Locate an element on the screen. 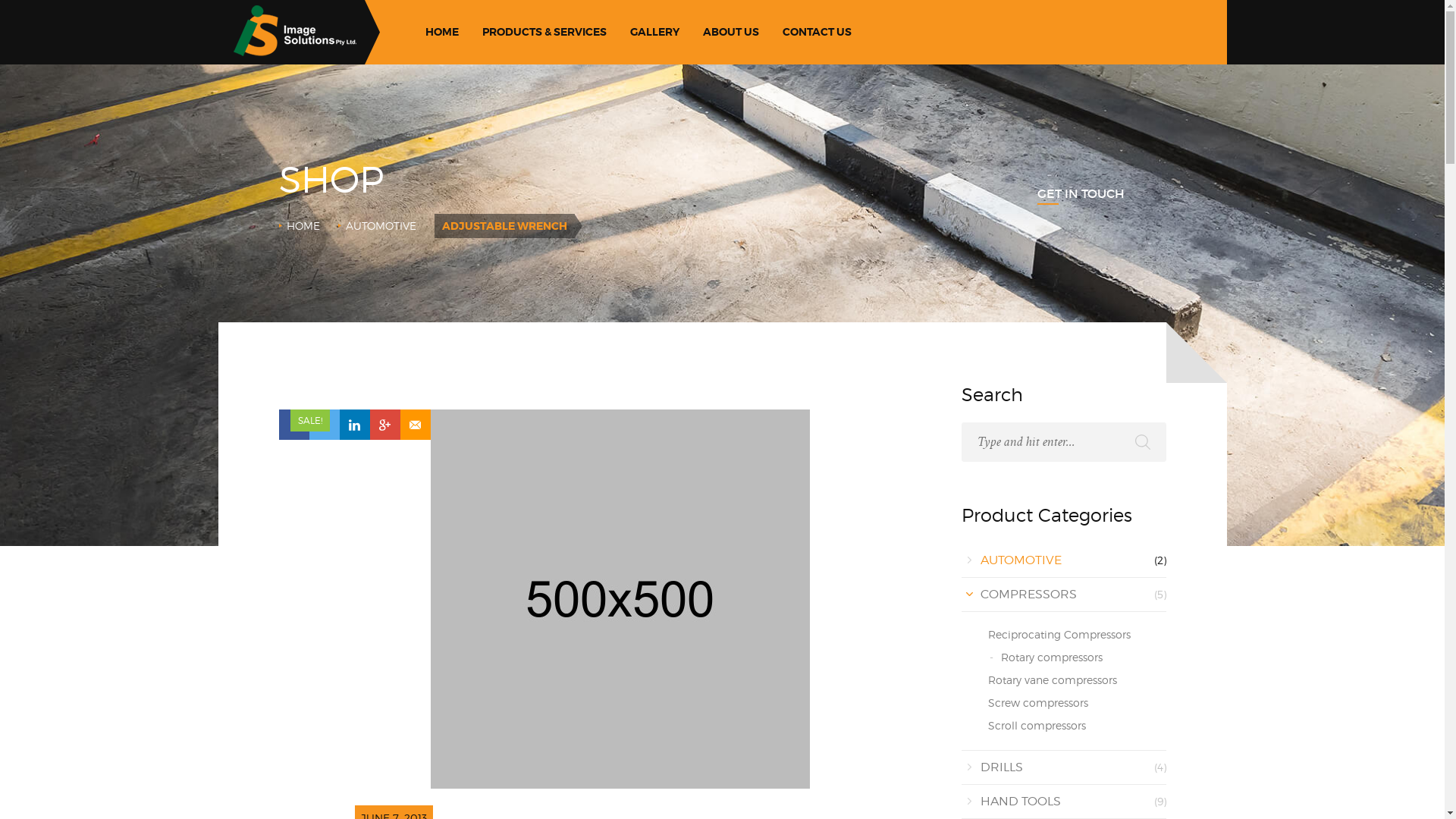  'GET IN TOUCH' is located at coordinates (1037, 192).